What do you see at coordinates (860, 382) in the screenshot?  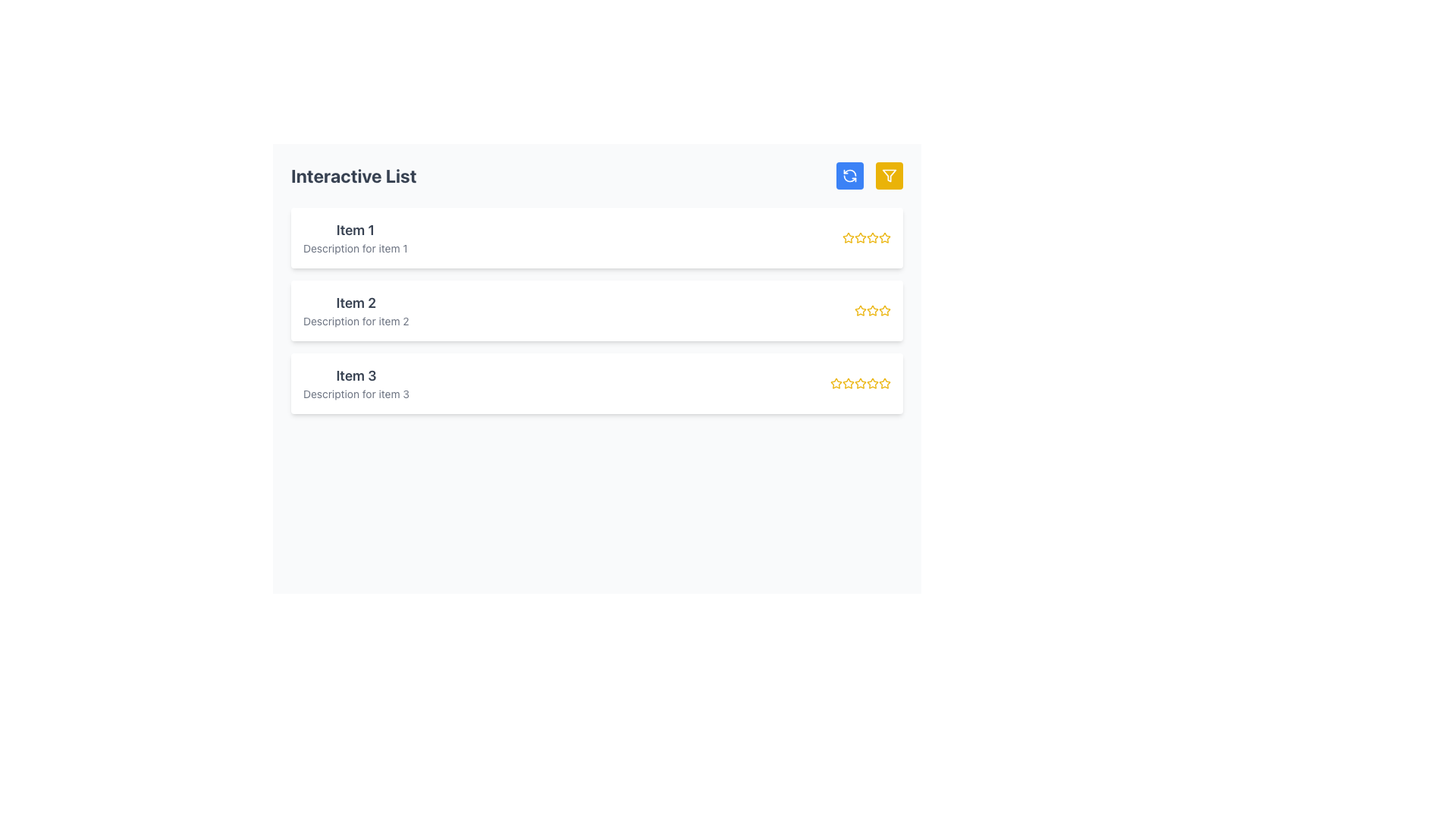 I see `the third star icon in the rating component` at bounding box center [860, 382].